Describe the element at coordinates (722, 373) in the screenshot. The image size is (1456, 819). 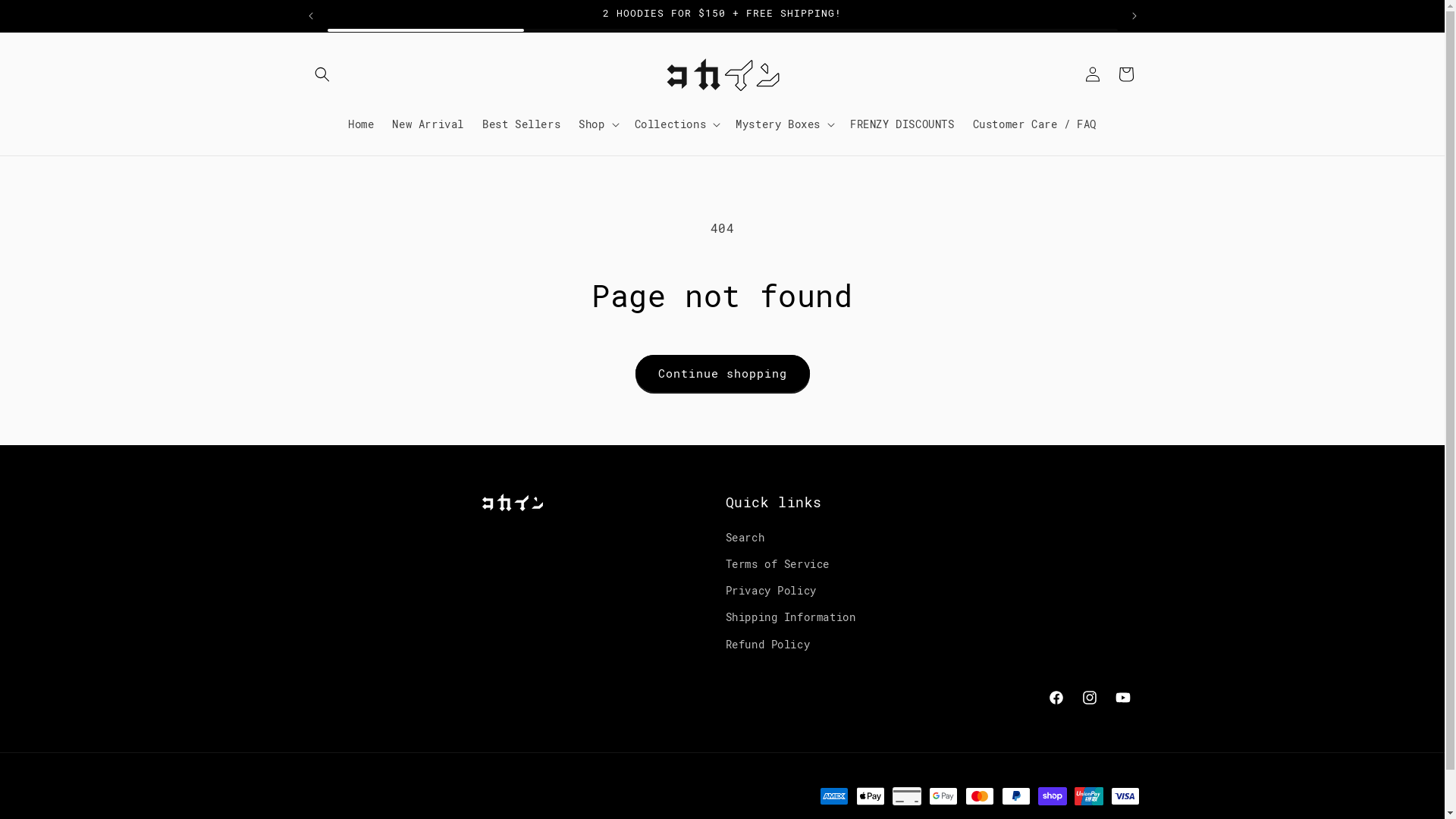
I see `'Continue shopping'` at that location.